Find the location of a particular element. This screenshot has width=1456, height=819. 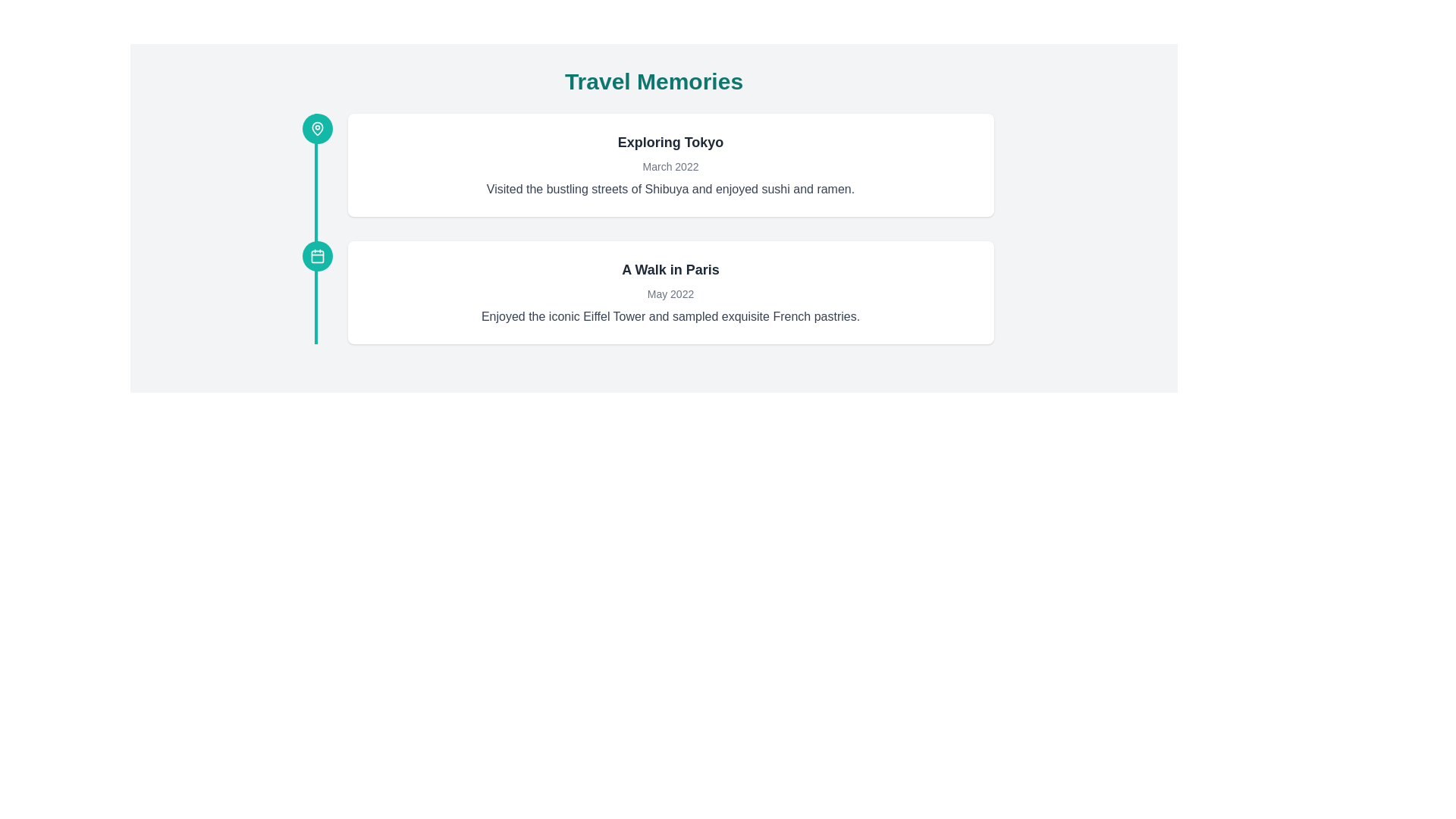

text content of the Descriptive List Entry titled 'A Walk in Paris', which includes the date 'May 2022' and the description about enjoying the Eiffel Tower and French pastries is located at coordinates (670, 292).